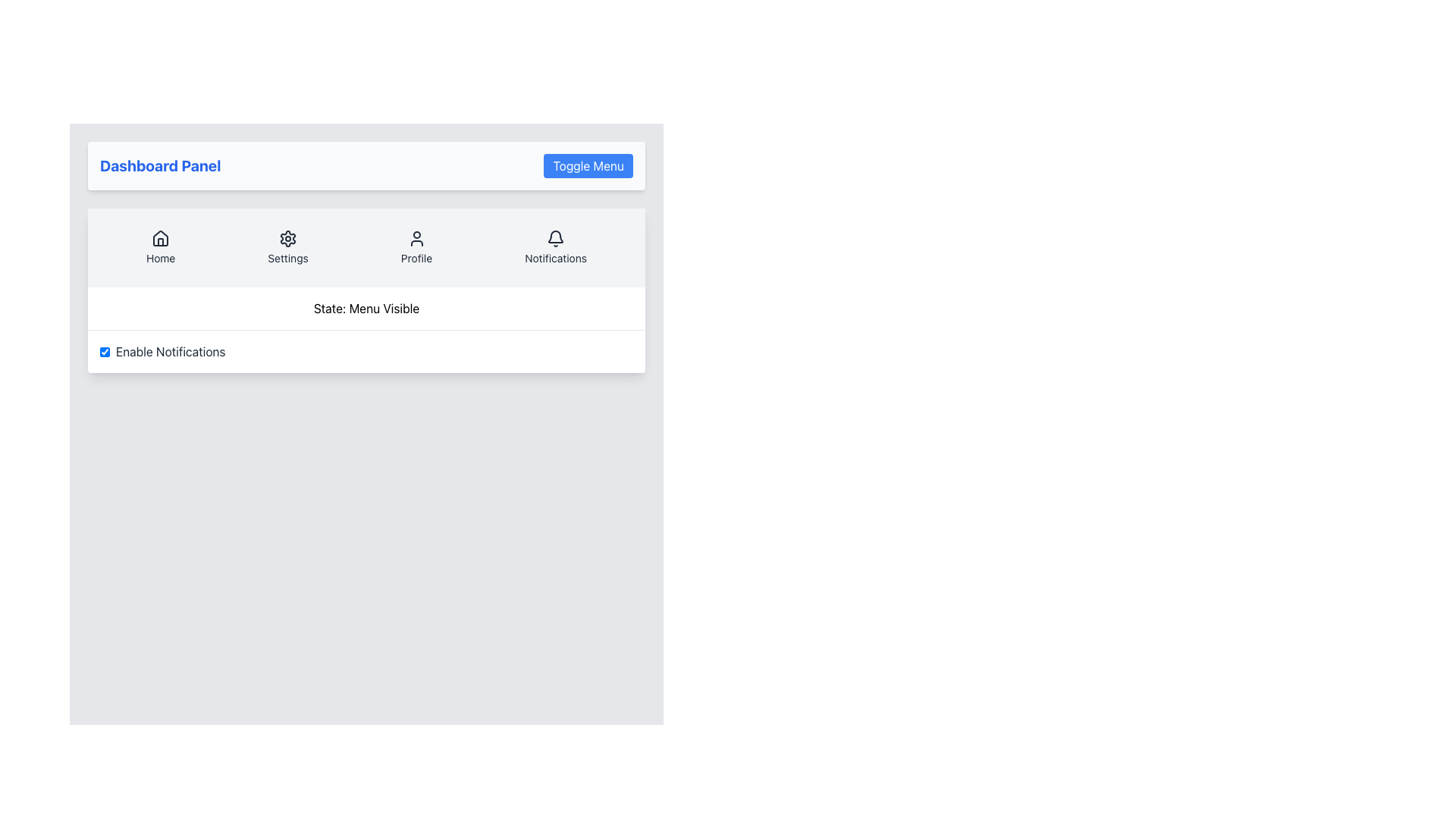 The image size is (1456, 819). Describe the element at coordinates (161, 239) in the screenshot. I see `the 'Home' icon located in the first position from the left in the menu bar, which is above the text label 'Home' and part of the navigation section` at that location.